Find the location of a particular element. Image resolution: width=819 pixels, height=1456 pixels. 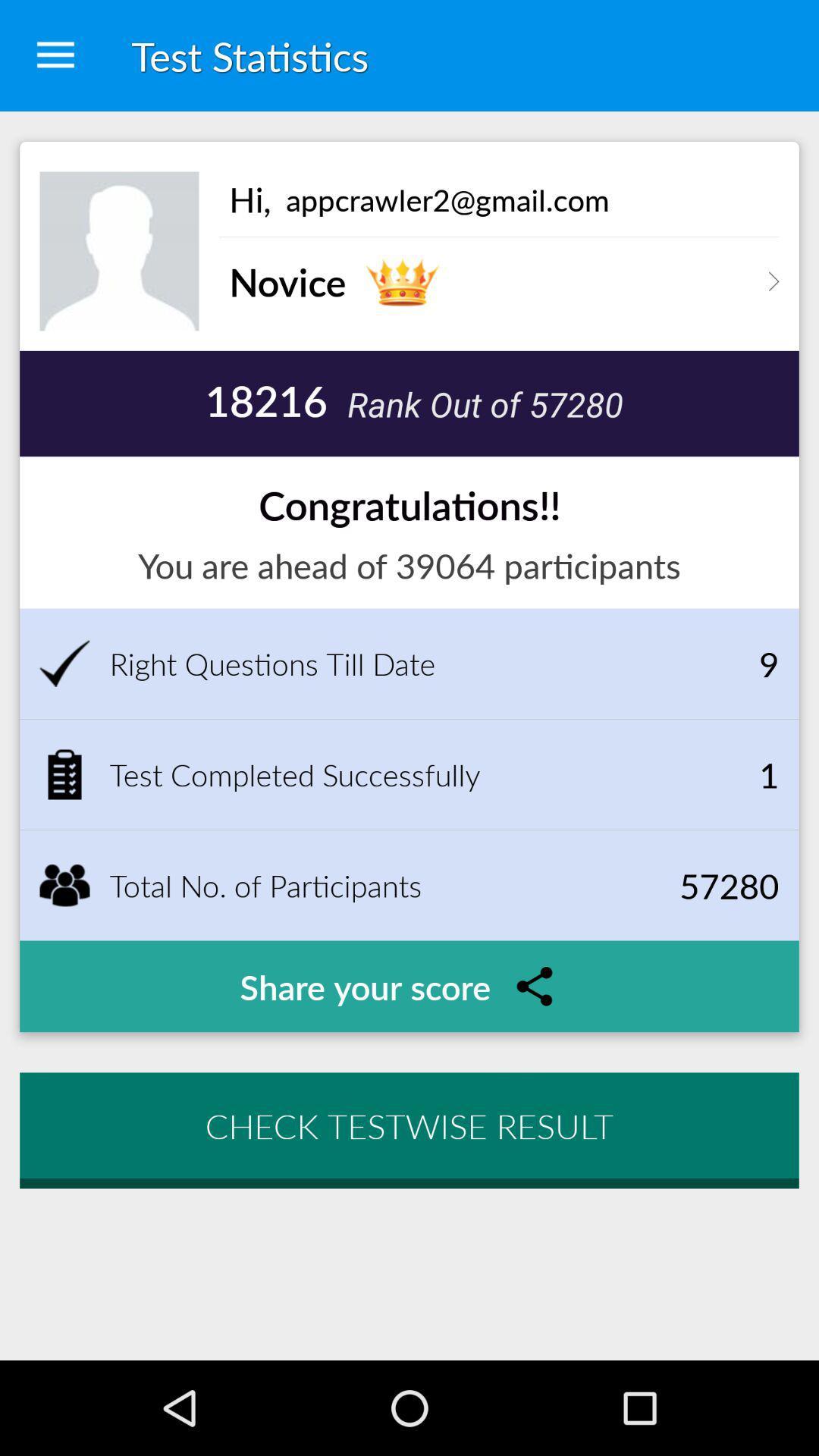

user icon is located at coordinates (119, 251).